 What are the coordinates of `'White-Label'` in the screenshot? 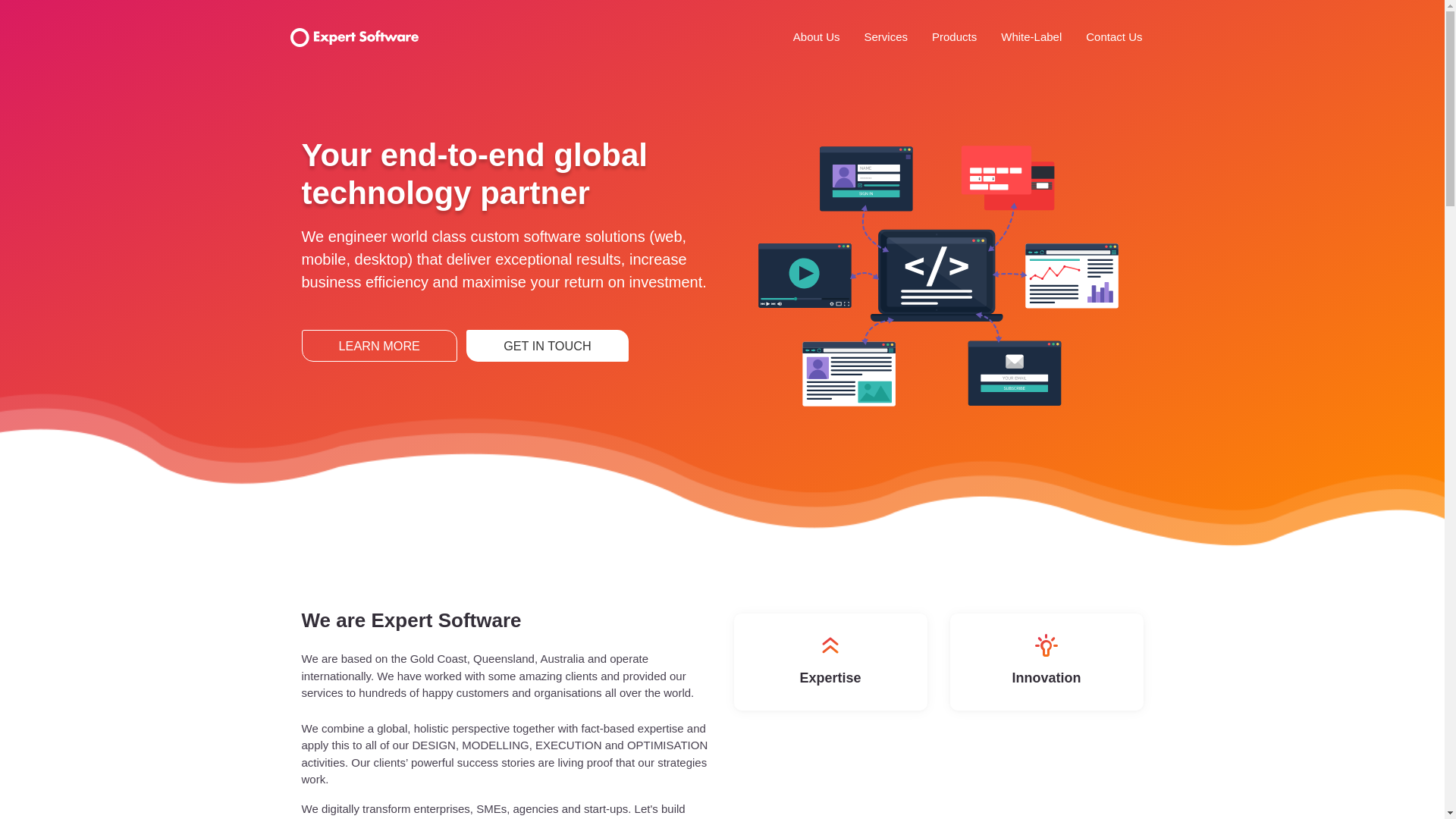 It's located at (1031, 36).